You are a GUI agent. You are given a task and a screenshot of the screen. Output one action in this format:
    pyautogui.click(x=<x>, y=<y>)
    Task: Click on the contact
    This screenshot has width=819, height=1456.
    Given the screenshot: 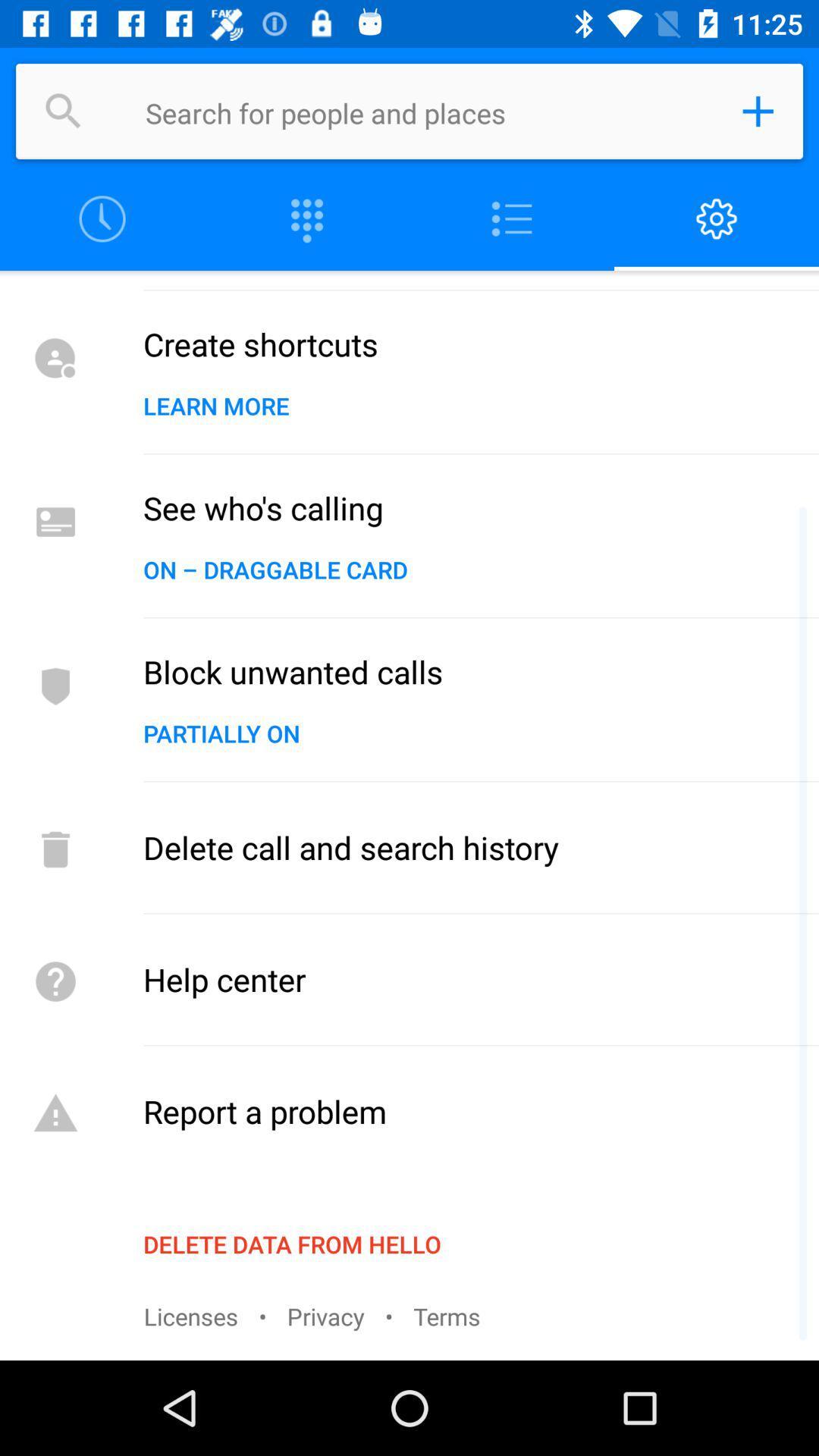 What is the action you would take?
    pyautogui.click(x=758, y=111)
    